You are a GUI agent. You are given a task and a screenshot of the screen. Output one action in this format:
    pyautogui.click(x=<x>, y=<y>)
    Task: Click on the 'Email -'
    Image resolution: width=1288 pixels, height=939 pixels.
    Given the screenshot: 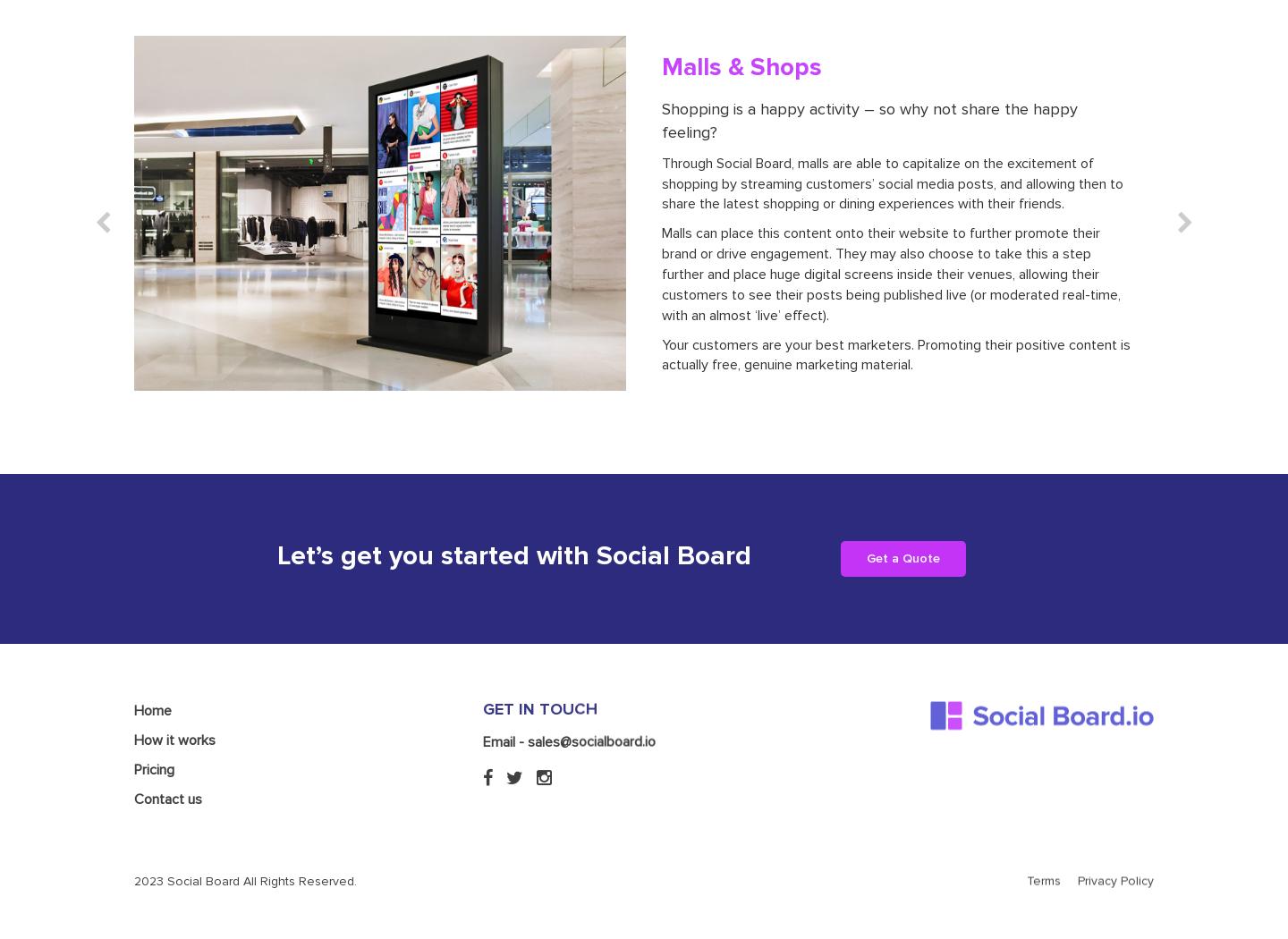 What is the action you would take?
    pyautogui.click(x=505, y=657)
    